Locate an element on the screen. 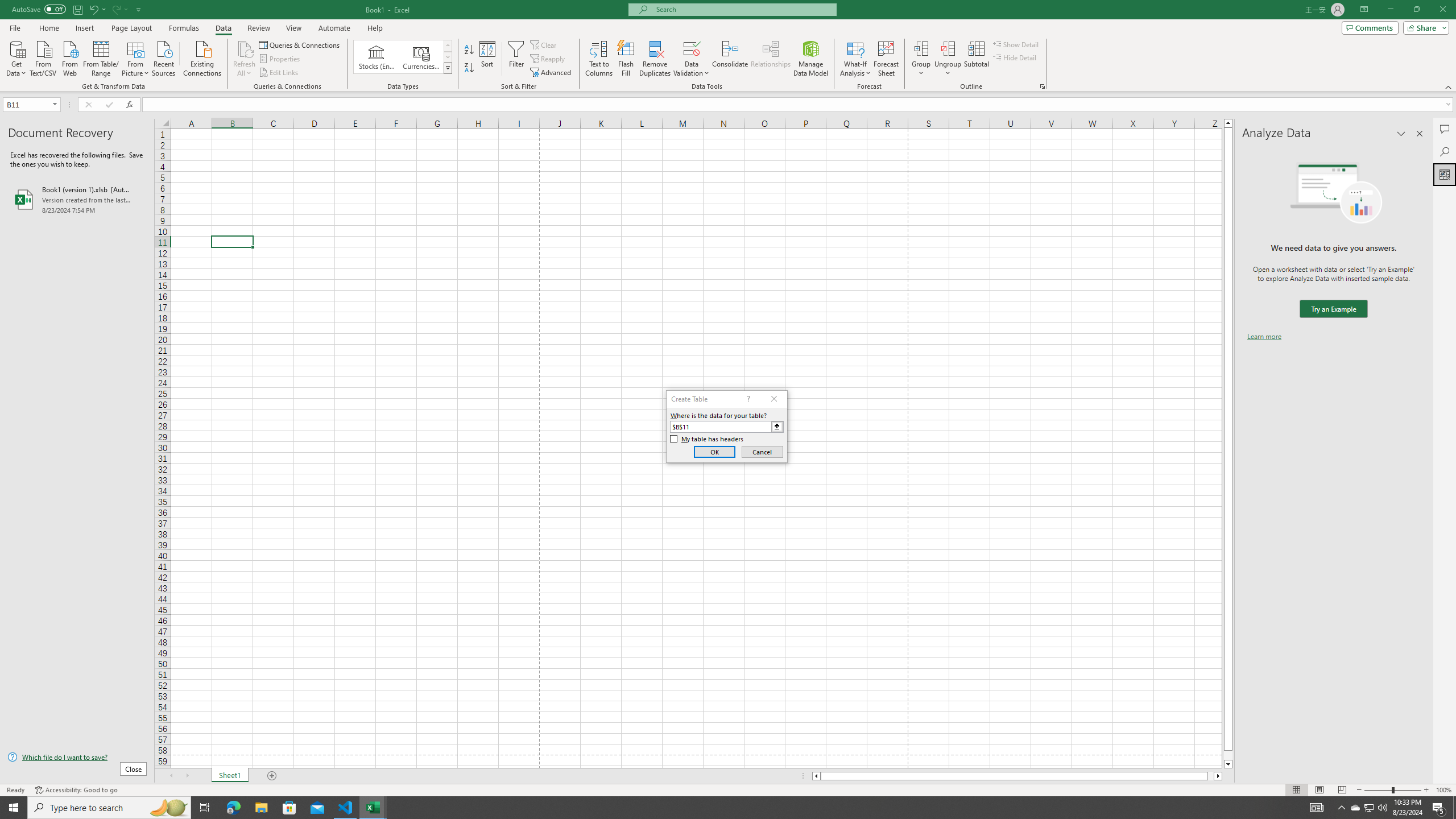 The height and width of the screenshot is (819, 1456). 'Consolidate...' is located at coordinates (730, 59).